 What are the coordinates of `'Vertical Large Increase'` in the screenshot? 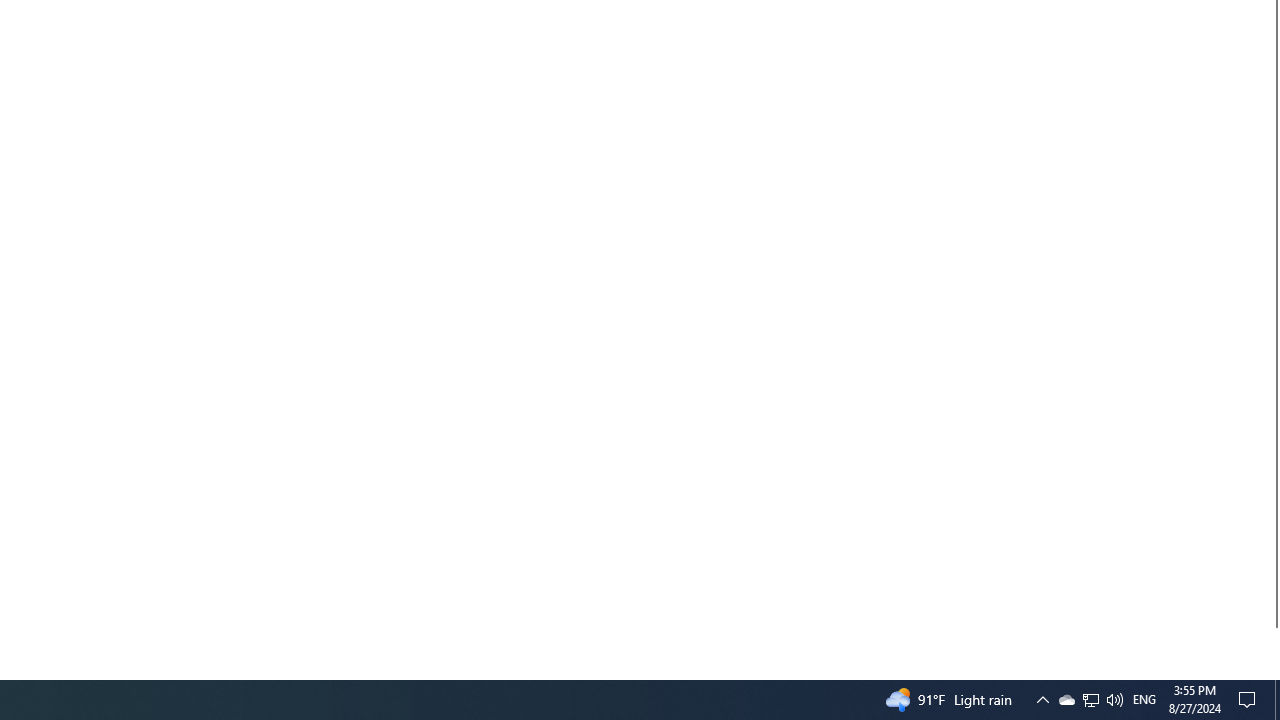 It's located at (1271, 645).